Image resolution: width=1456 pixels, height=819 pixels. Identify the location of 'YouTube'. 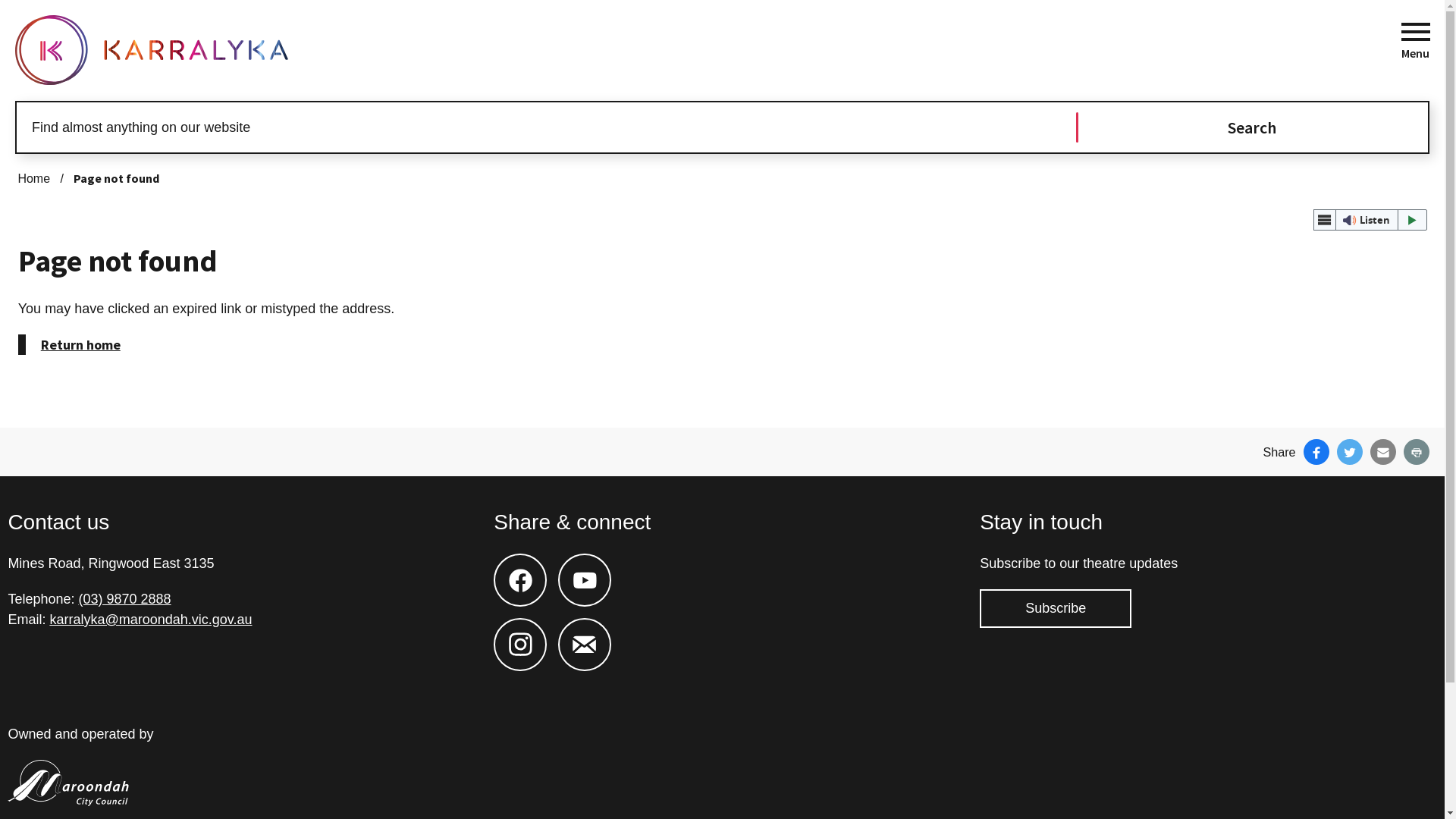
(584, 563).